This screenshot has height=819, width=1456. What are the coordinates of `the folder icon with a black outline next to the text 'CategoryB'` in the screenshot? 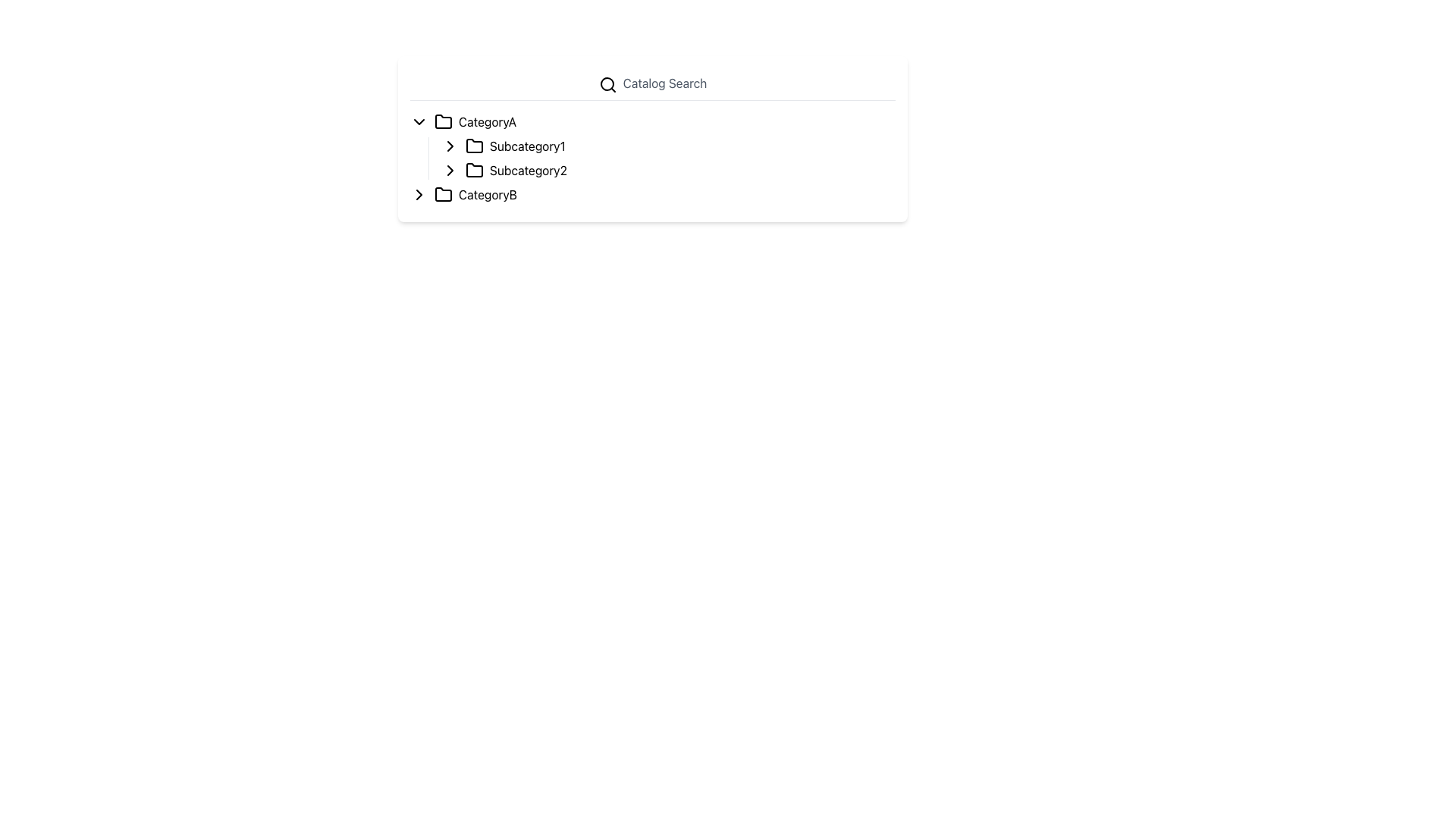 It's located at (443, 193).